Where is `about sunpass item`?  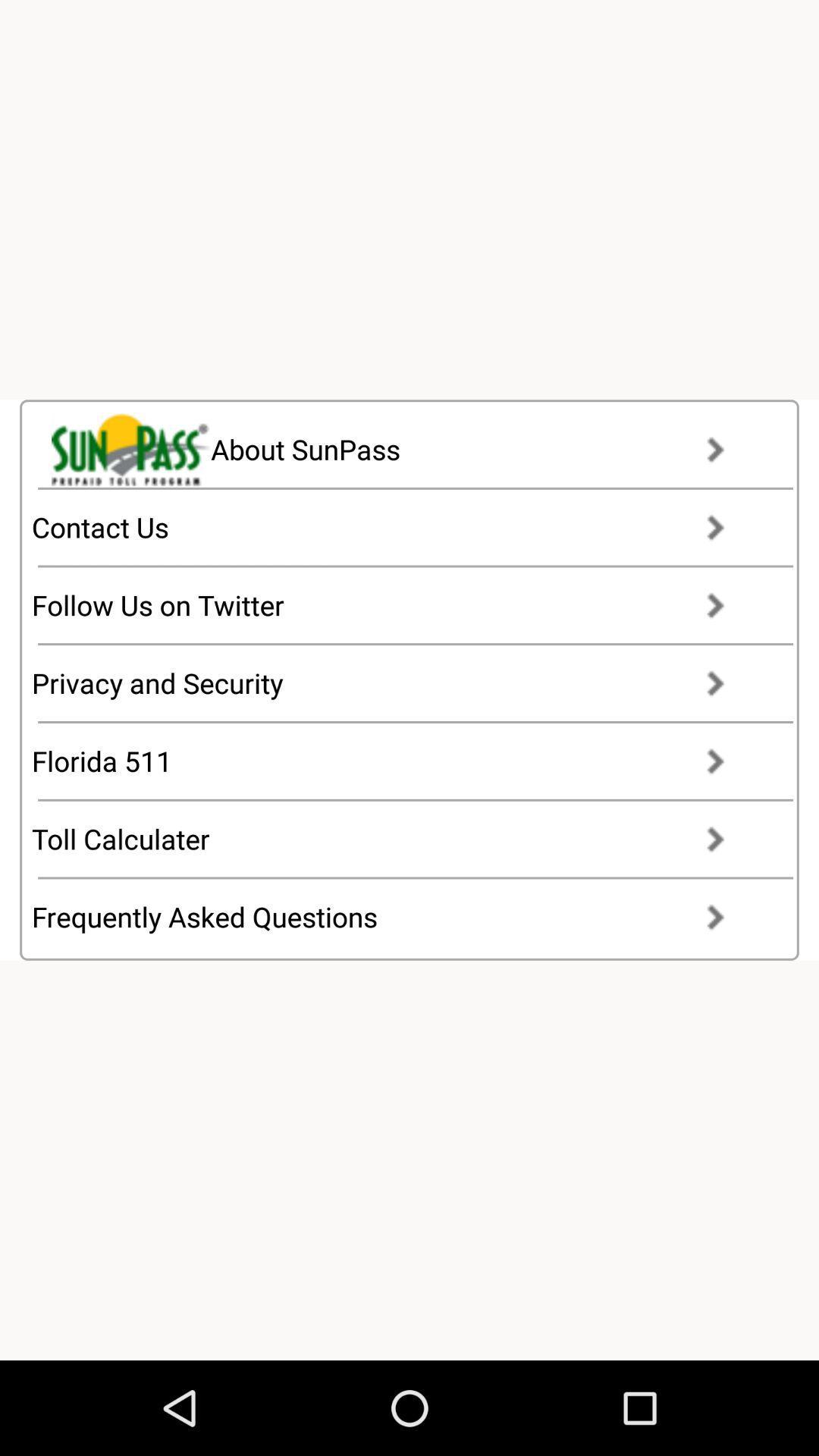 about sunpass item is located at coordinates (402, 448).